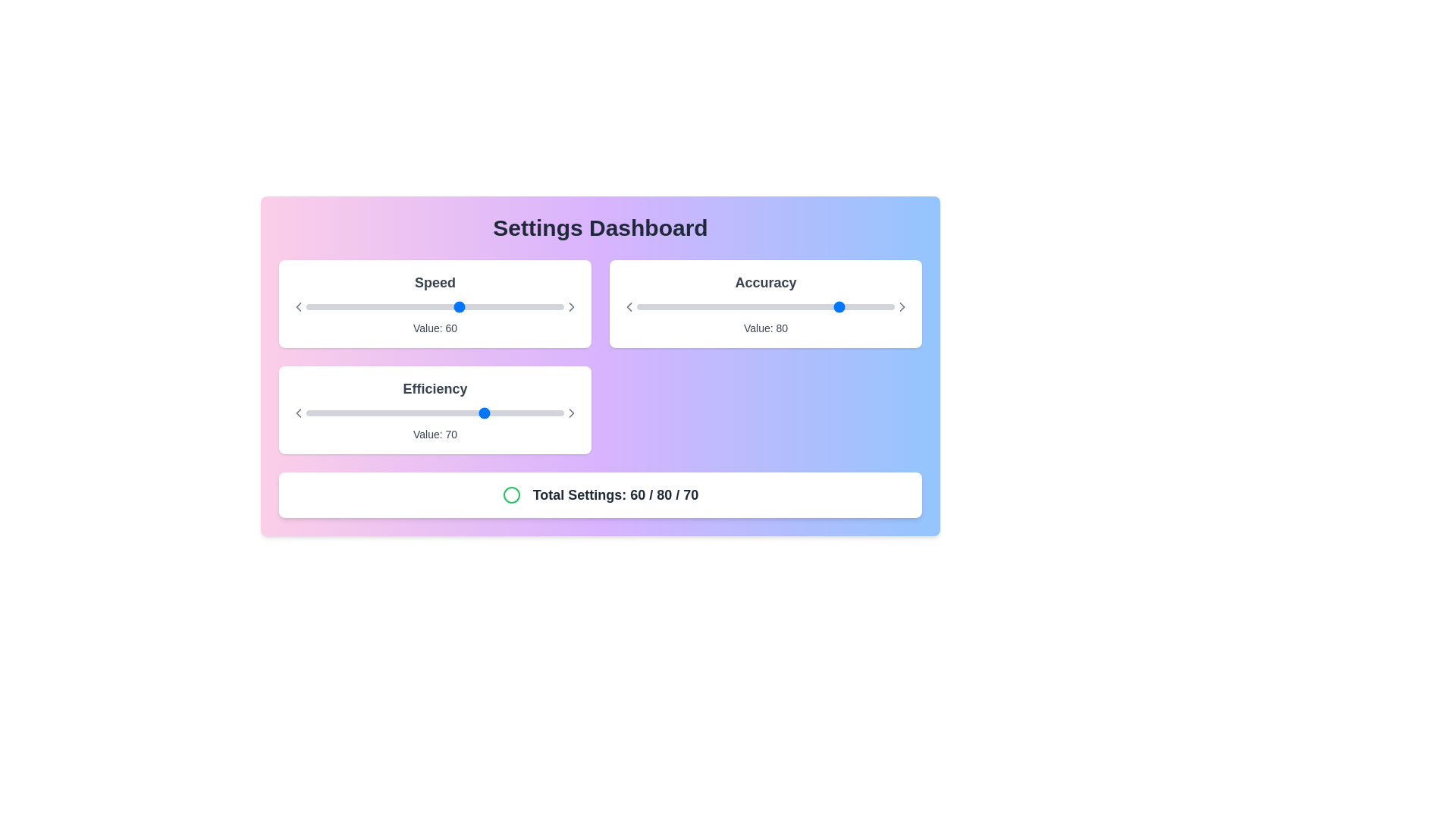  Describe the element at coordinates (793, 307) in the screenshot. I see `accuracy slider` at that location.